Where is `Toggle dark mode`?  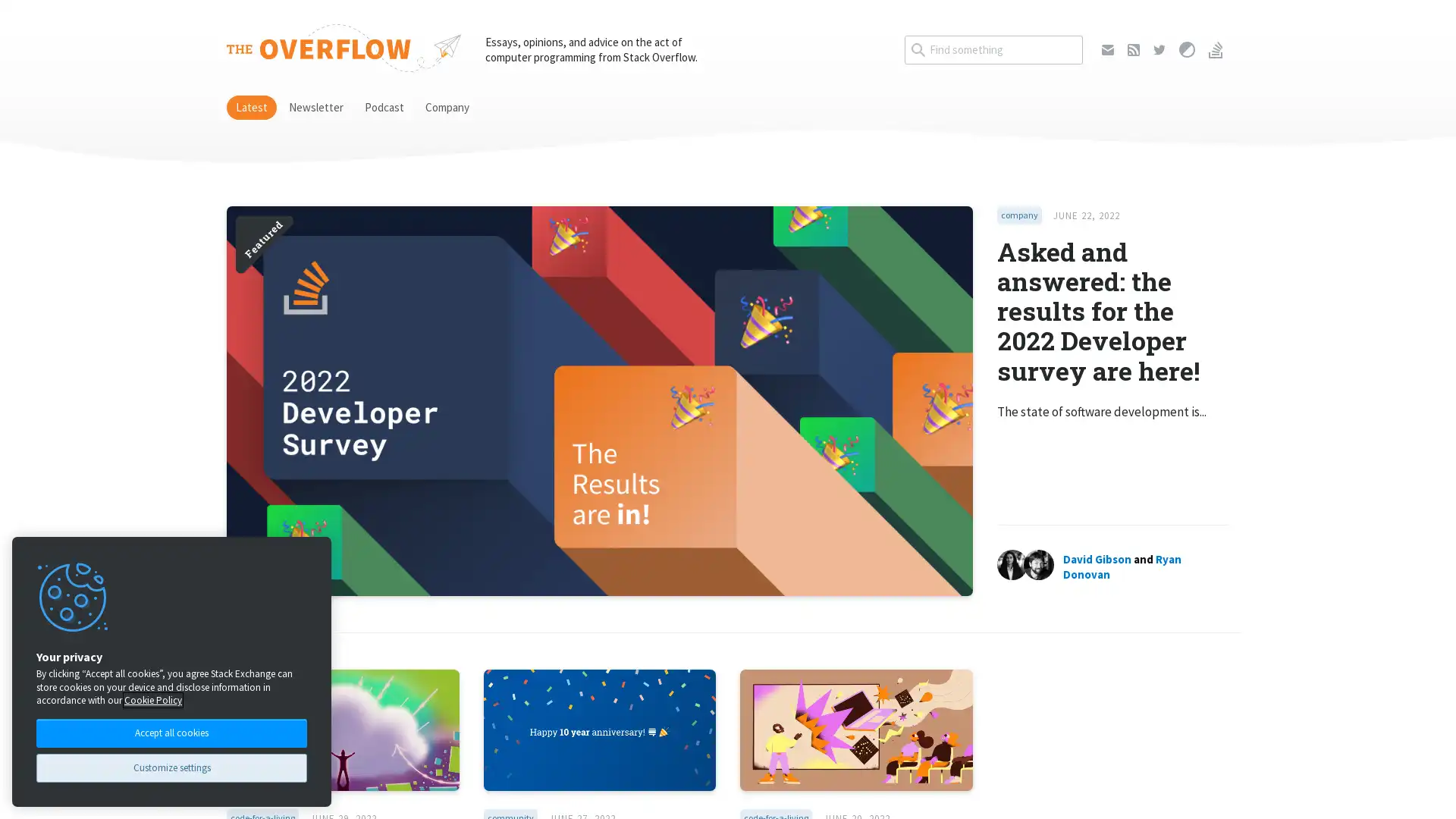 Toggle dark mode is located at coordinates (1186, 49).